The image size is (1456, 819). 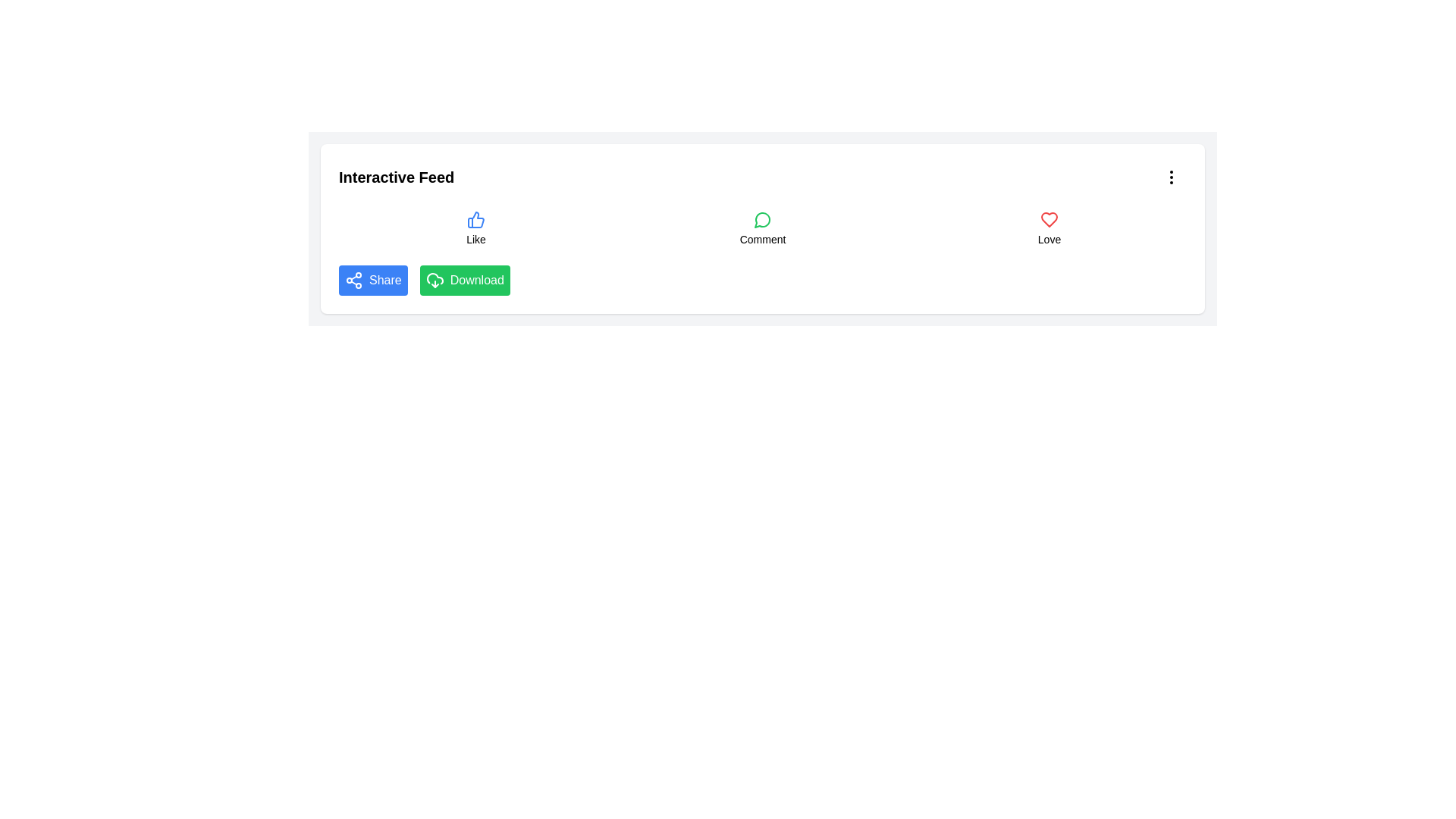 What do you see at coordinates (1048, 219) in the screenshot?
I see `the visual representation of the 'Love' icon located at the bottom right of the main interactive panel, directly underneath the text label 'Love'` at bounding box center [1048, 219].